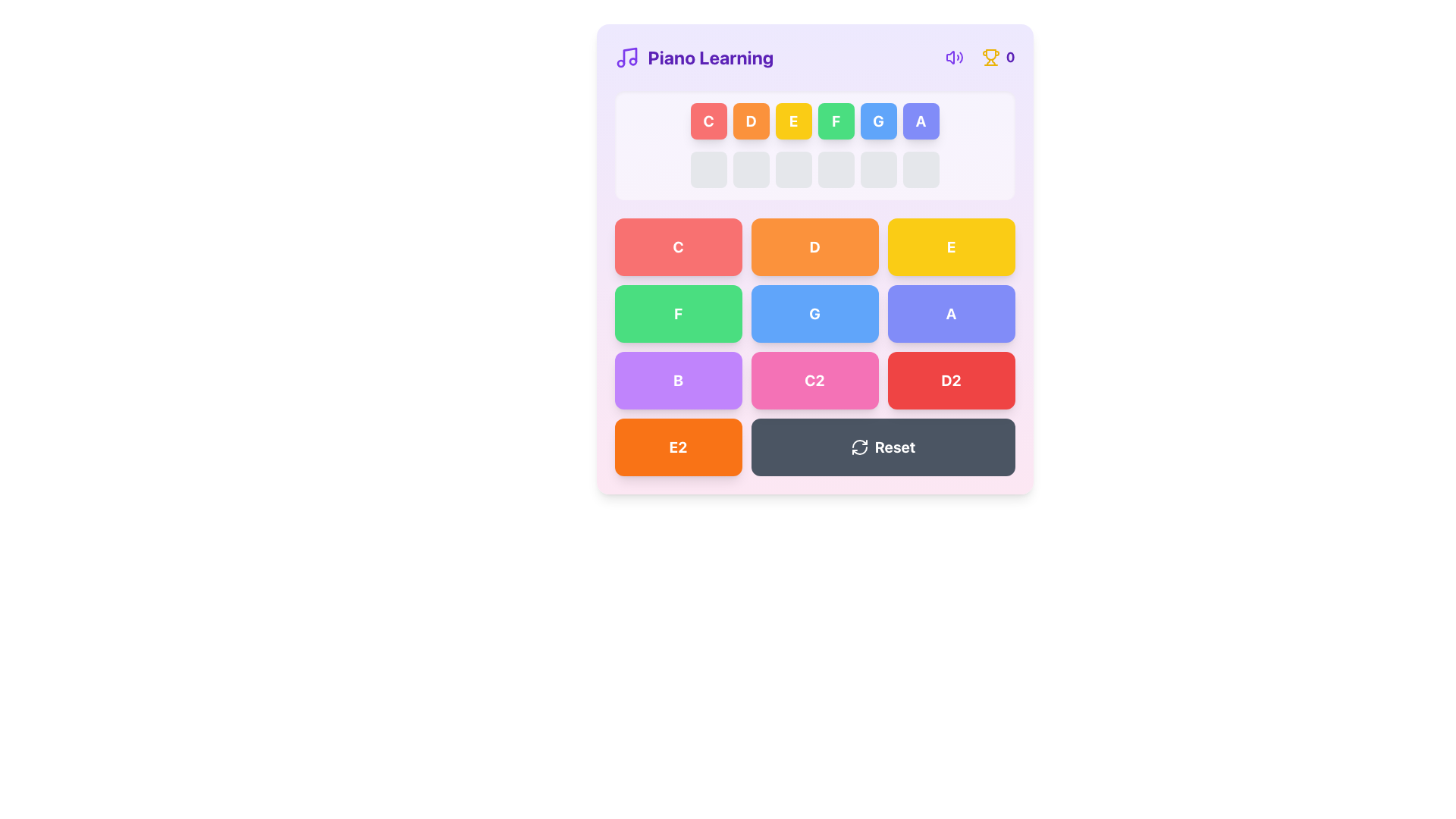 The image size is (1456, 819). What do you see at coordinates (920, 120) in the screenshot?
I see `the bold white letter 'A' displayed in a large font within the vibrant blue rounded square button, which is the sixth button from the left in the row beneath the heading 'Piano Learning.'` at bounding box center [920, 120].